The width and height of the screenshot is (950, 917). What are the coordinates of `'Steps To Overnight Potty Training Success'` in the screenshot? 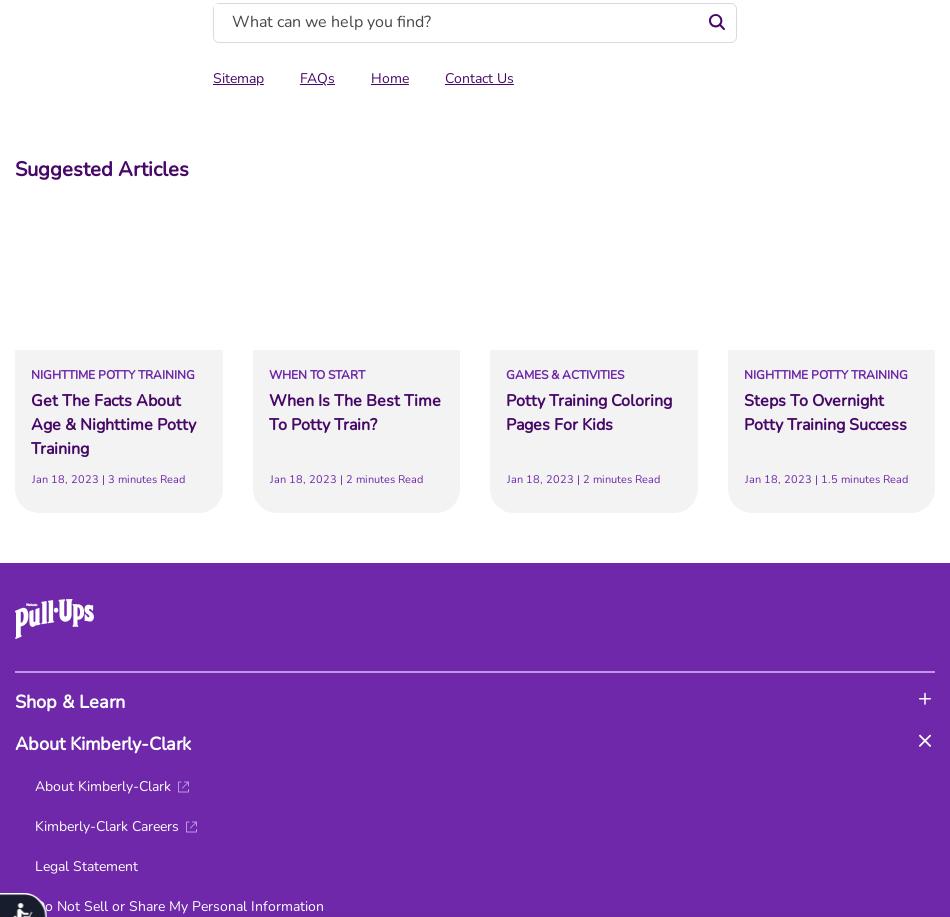 It's located at (823, 413).